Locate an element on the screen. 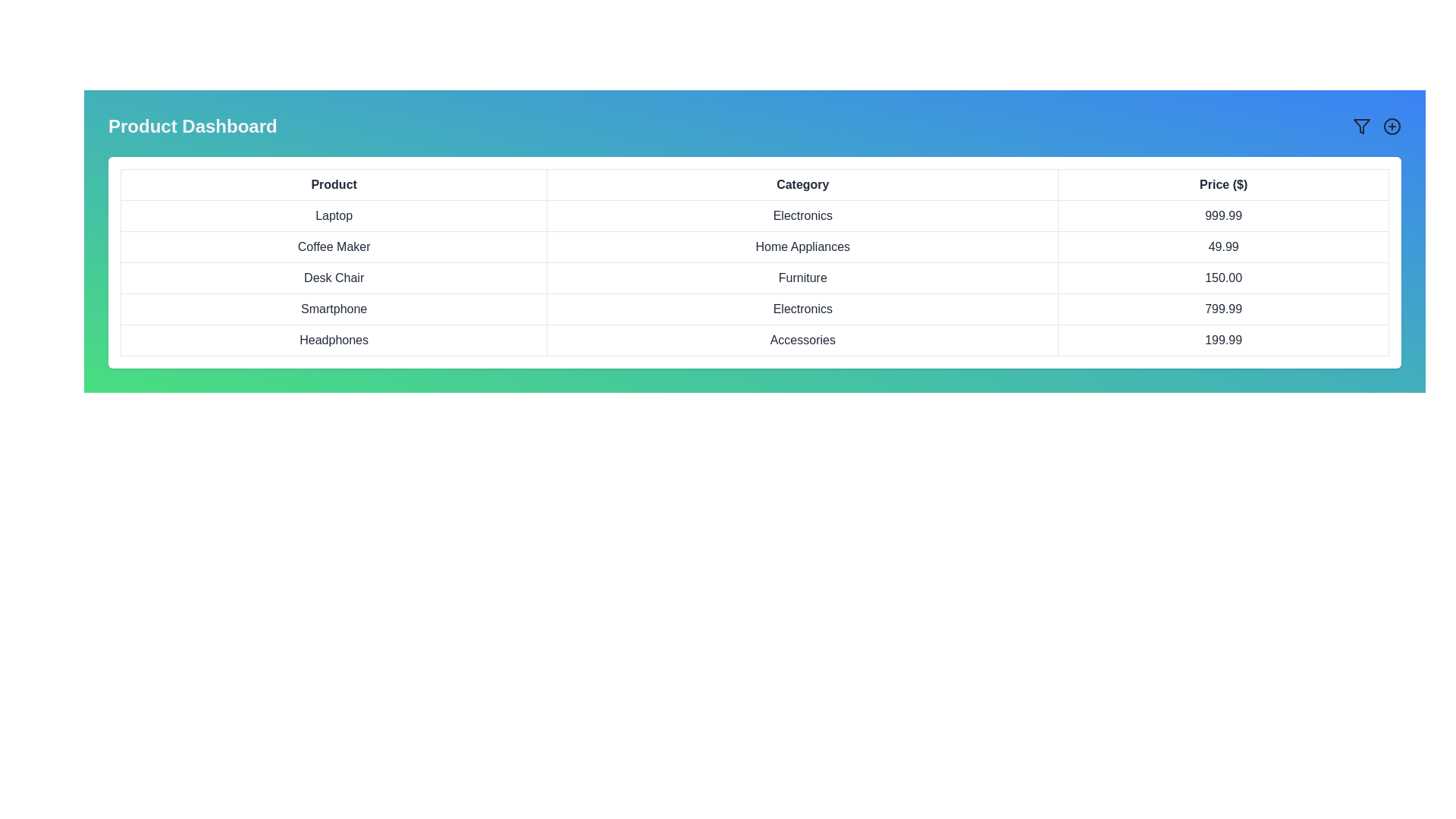 This screenshot has width=1456, height=819. text content of the table cell displaying the category 'Electronics' for the product 'Smartphone', which is located in the second column of the row below the header is located at coordinates (802, 309).